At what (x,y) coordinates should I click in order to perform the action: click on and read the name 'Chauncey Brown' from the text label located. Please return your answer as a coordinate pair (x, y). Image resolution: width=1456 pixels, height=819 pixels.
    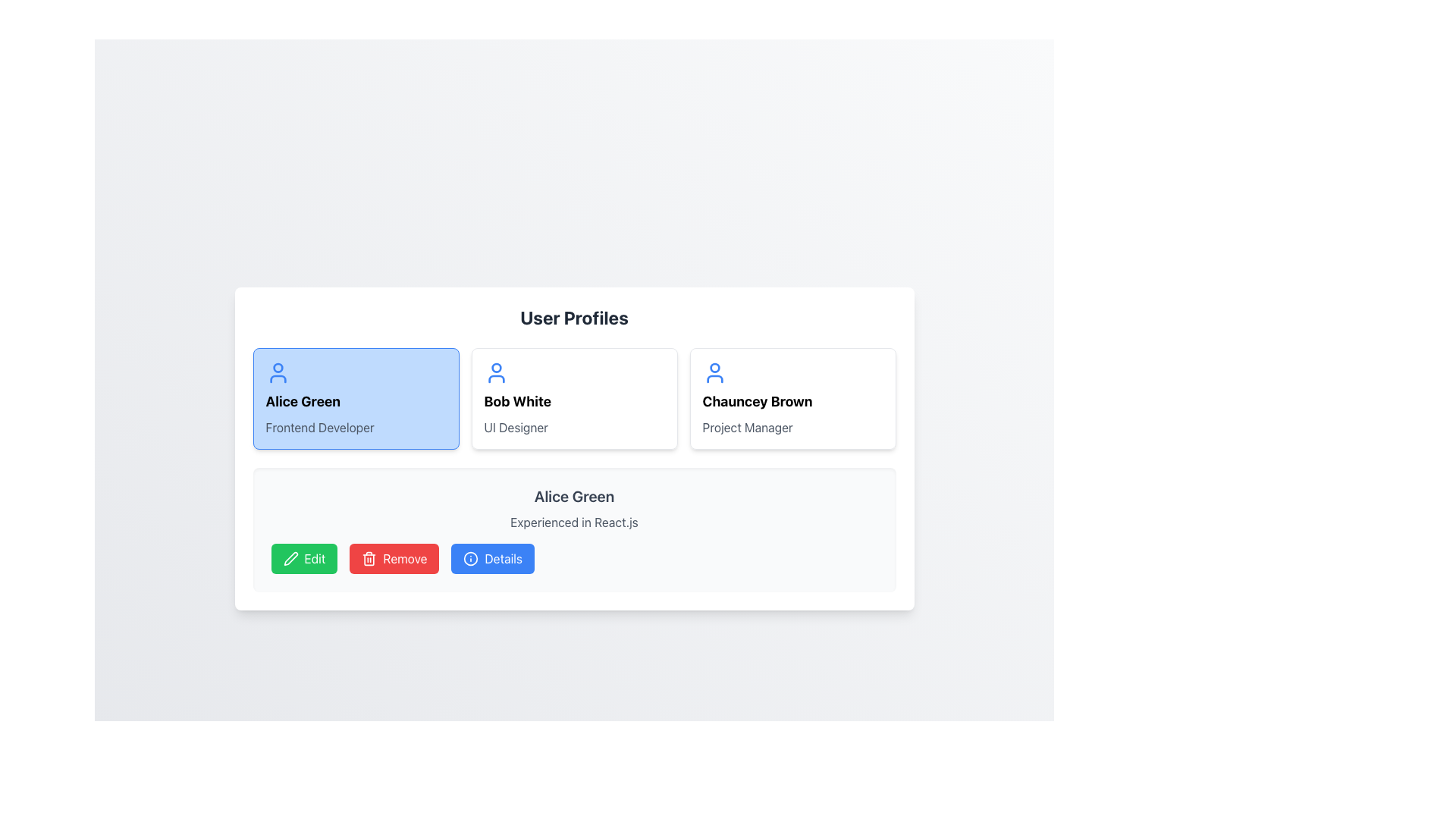
    Looking at the image, I should click on (757, 400).